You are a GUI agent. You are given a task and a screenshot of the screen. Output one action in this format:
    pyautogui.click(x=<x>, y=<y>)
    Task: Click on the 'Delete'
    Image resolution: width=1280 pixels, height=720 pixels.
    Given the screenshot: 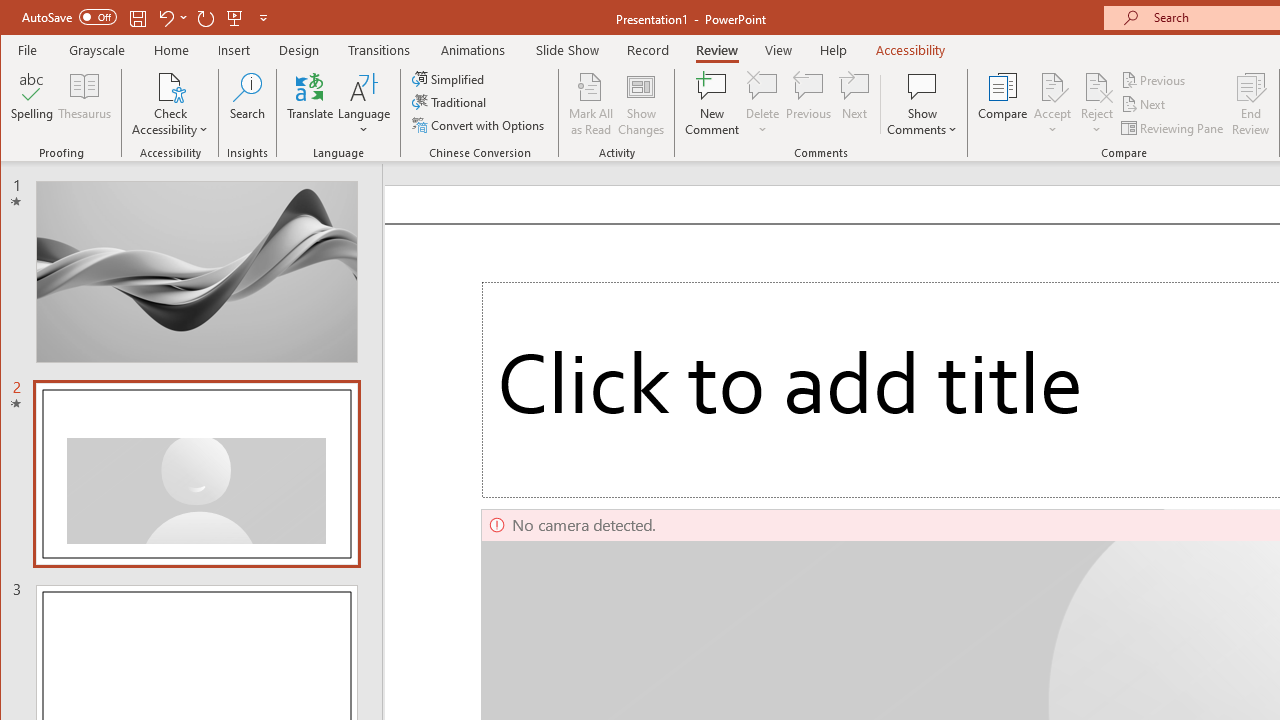 What is the action you would take?
    pyautogui.click(x=761, y=85)
    